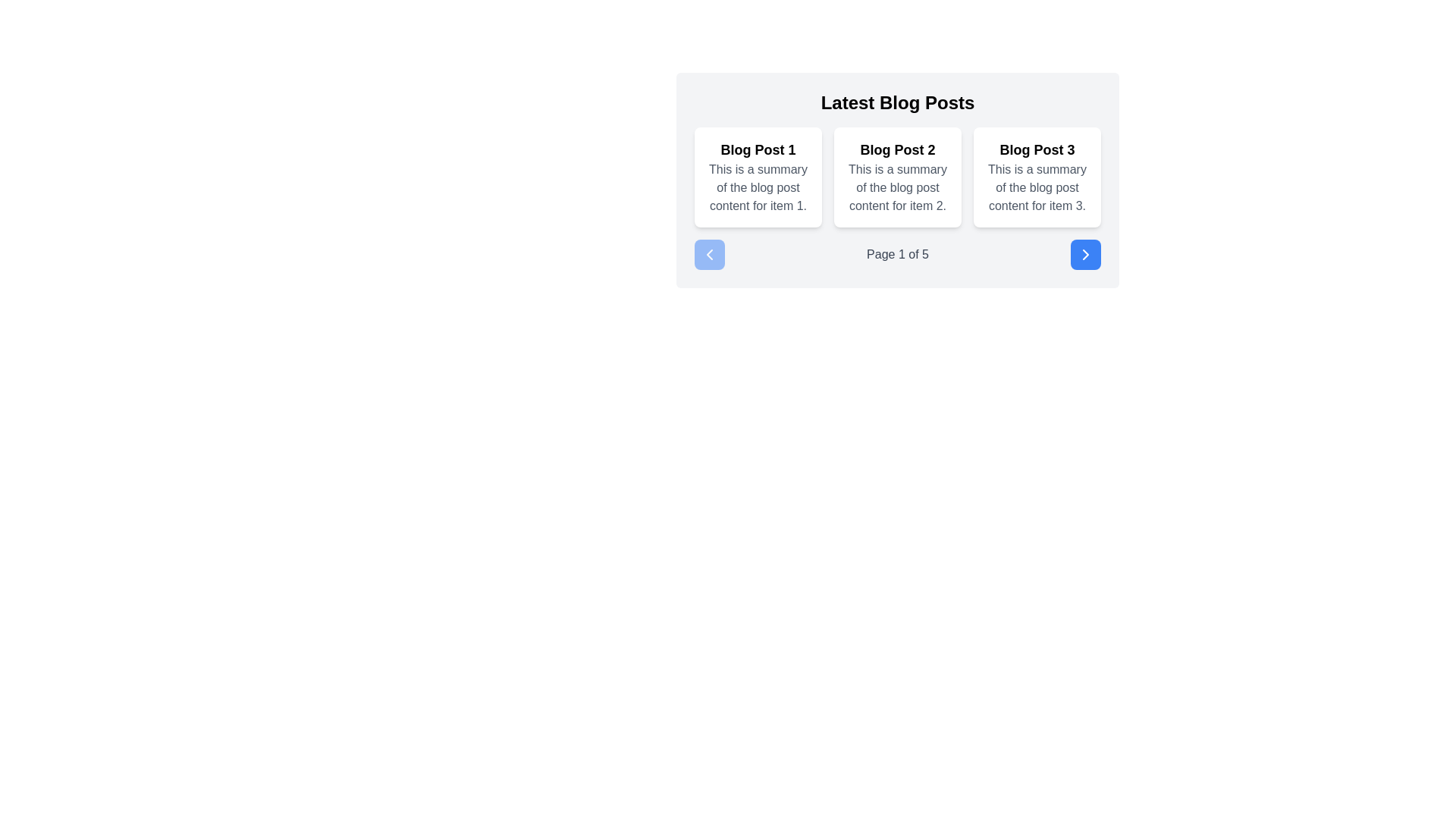  I want to click on the static text label displaying 'Page 1 of 5' in a gray font, located within the navigation bar for paginated content, so click(898, 253).